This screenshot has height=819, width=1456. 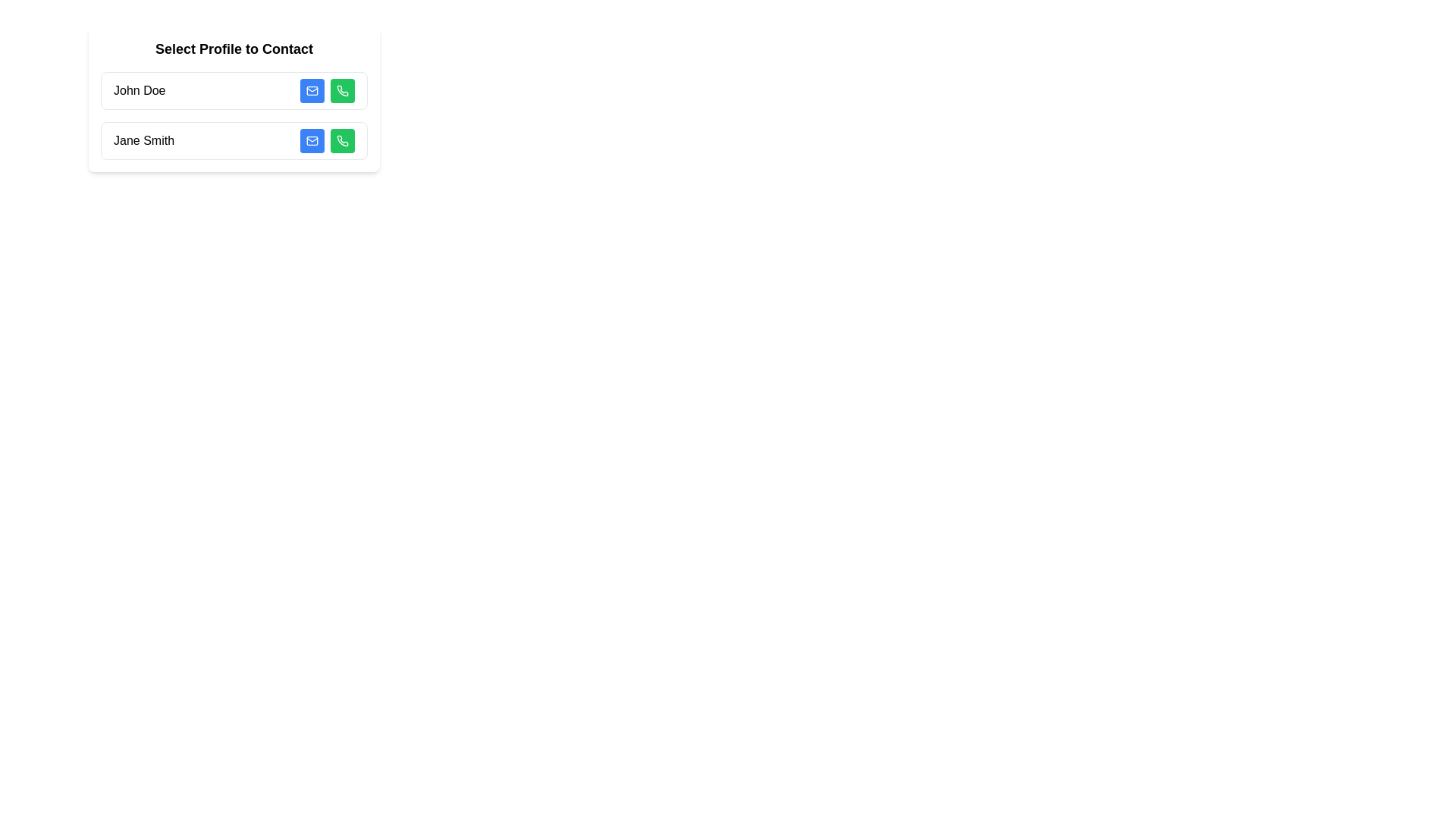 What do you see at coordinates (341, 90) in the screenshot?
I see `the phone call button located in the top-right corner of the first profile row in the 'Select Profile to Contact' list to initiate a phone call` at bounding box center [341, 90].